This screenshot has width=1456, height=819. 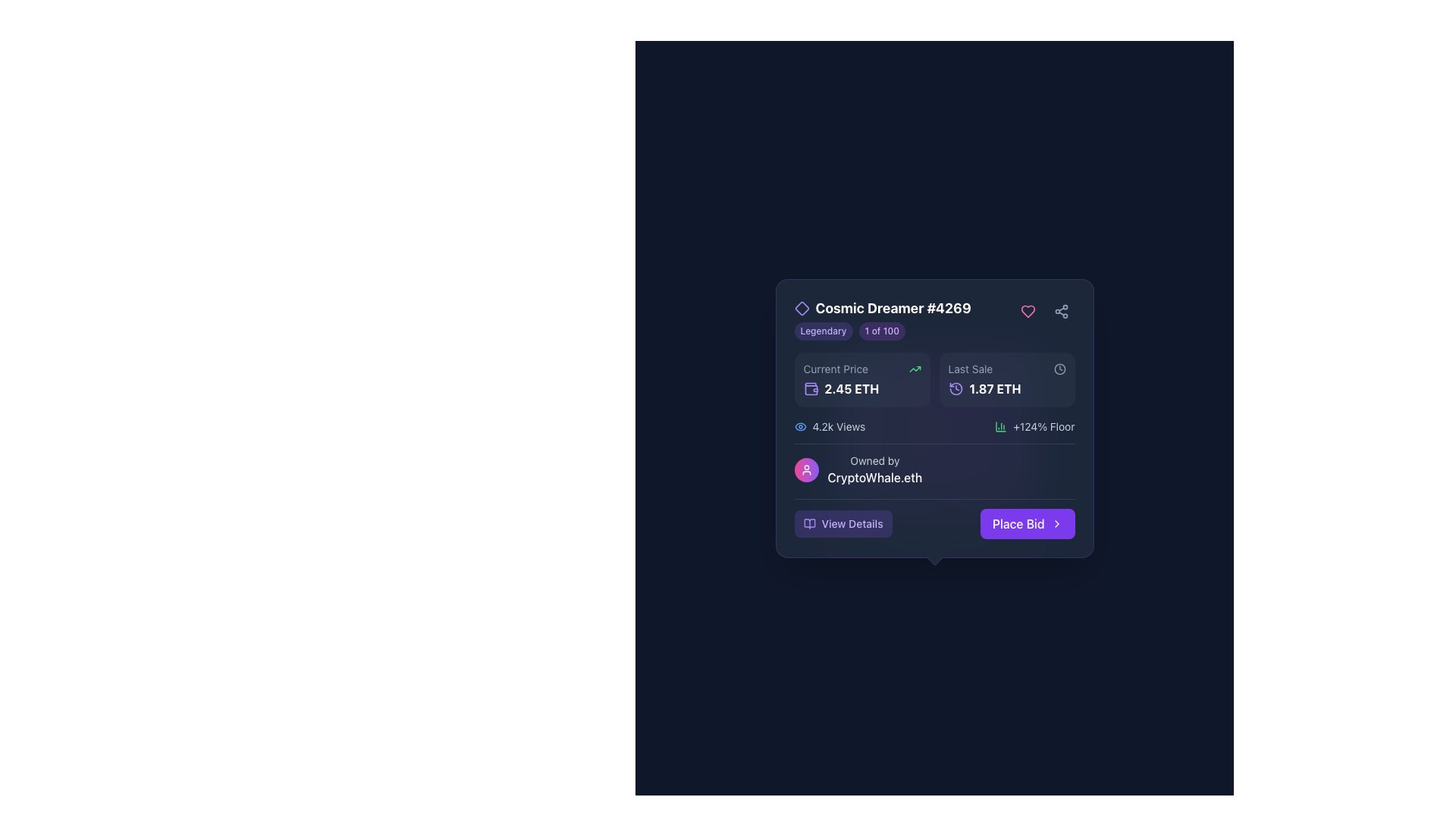 I want to click on the text element displaying '2.45 ETH' with the purple wallet icon, located within the 'Current Price' section, so click(x=862, y=388).